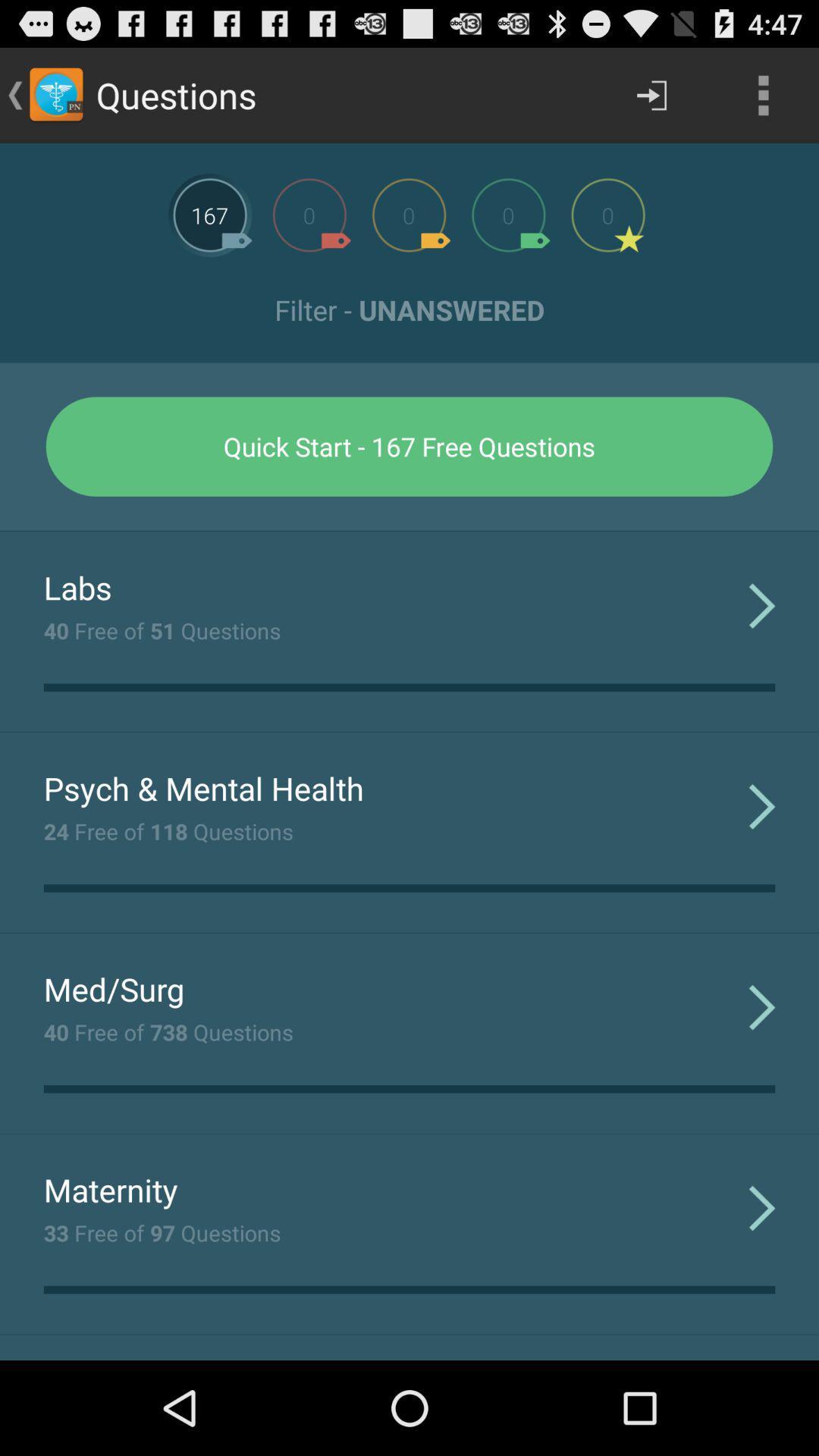 The width and height of the screenshot is (819, 1456). What do you see at coordinates (607, 214) in the screenshot?
I see `count` at bounding box center [607, 214].